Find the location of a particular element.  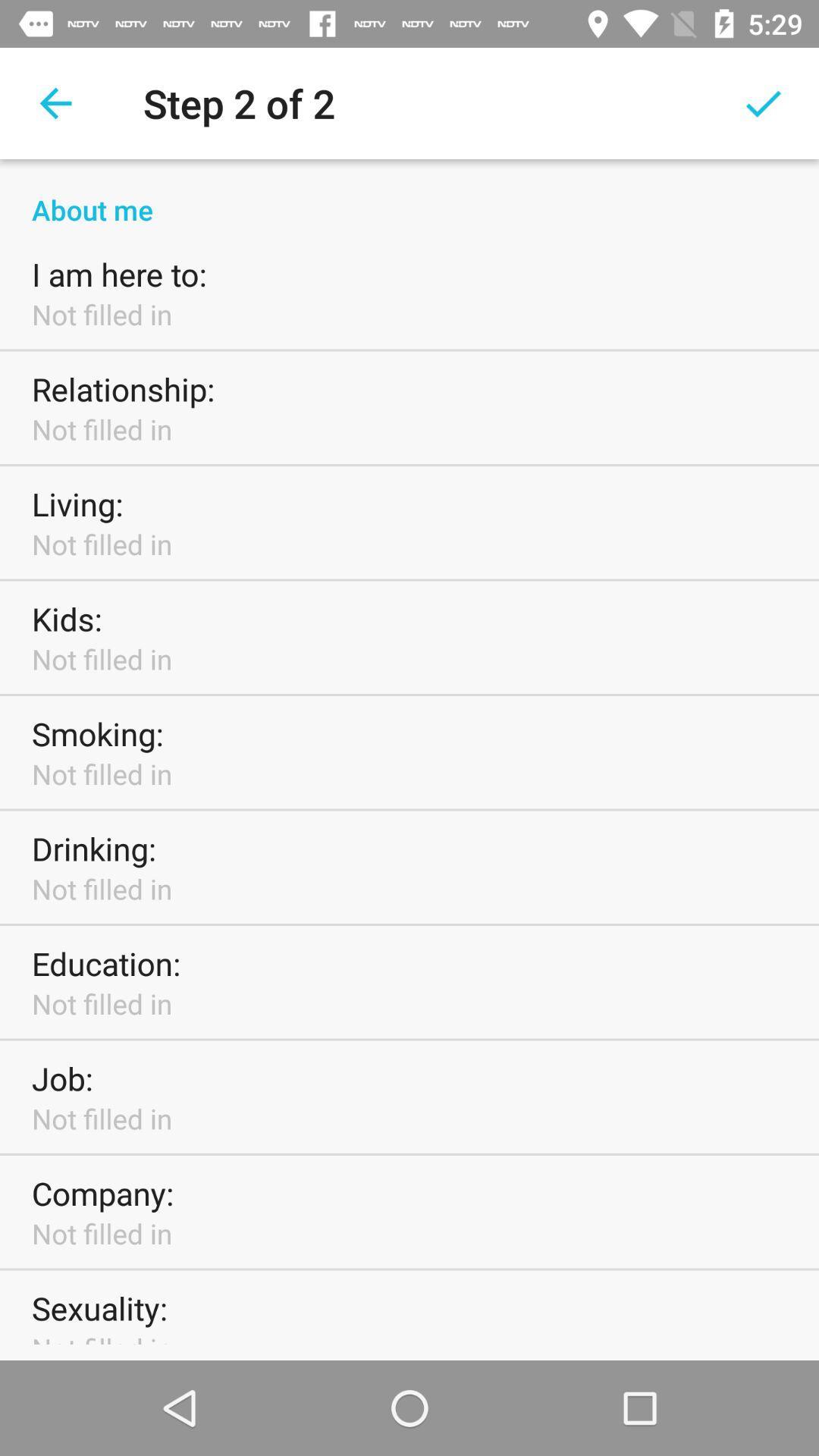

previous page is located at coordinates (55, 102).